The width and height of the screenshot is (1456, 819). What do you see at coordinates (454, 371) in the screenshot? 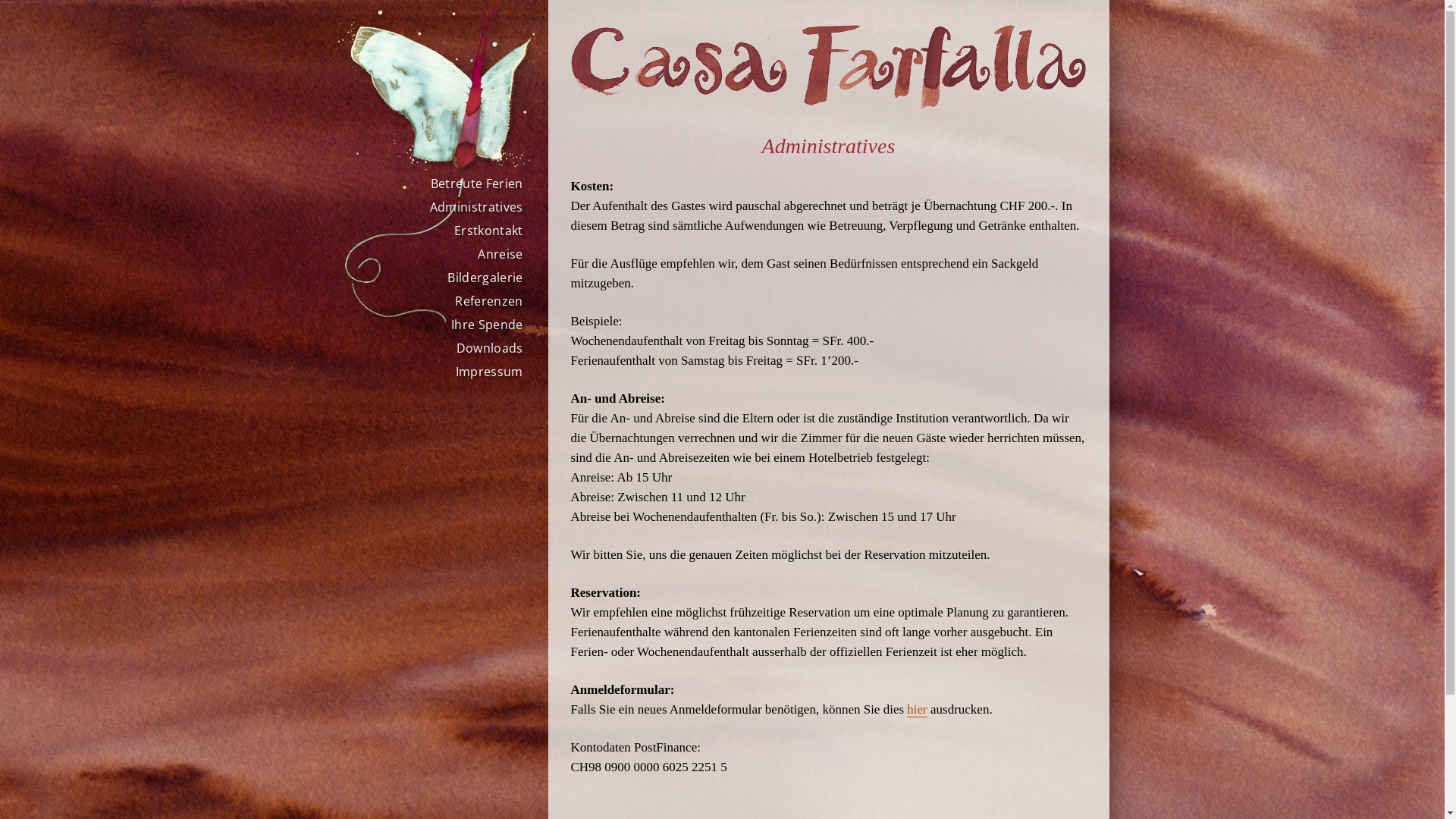
I see `'Impressum'` at bounding box center [454, 371].